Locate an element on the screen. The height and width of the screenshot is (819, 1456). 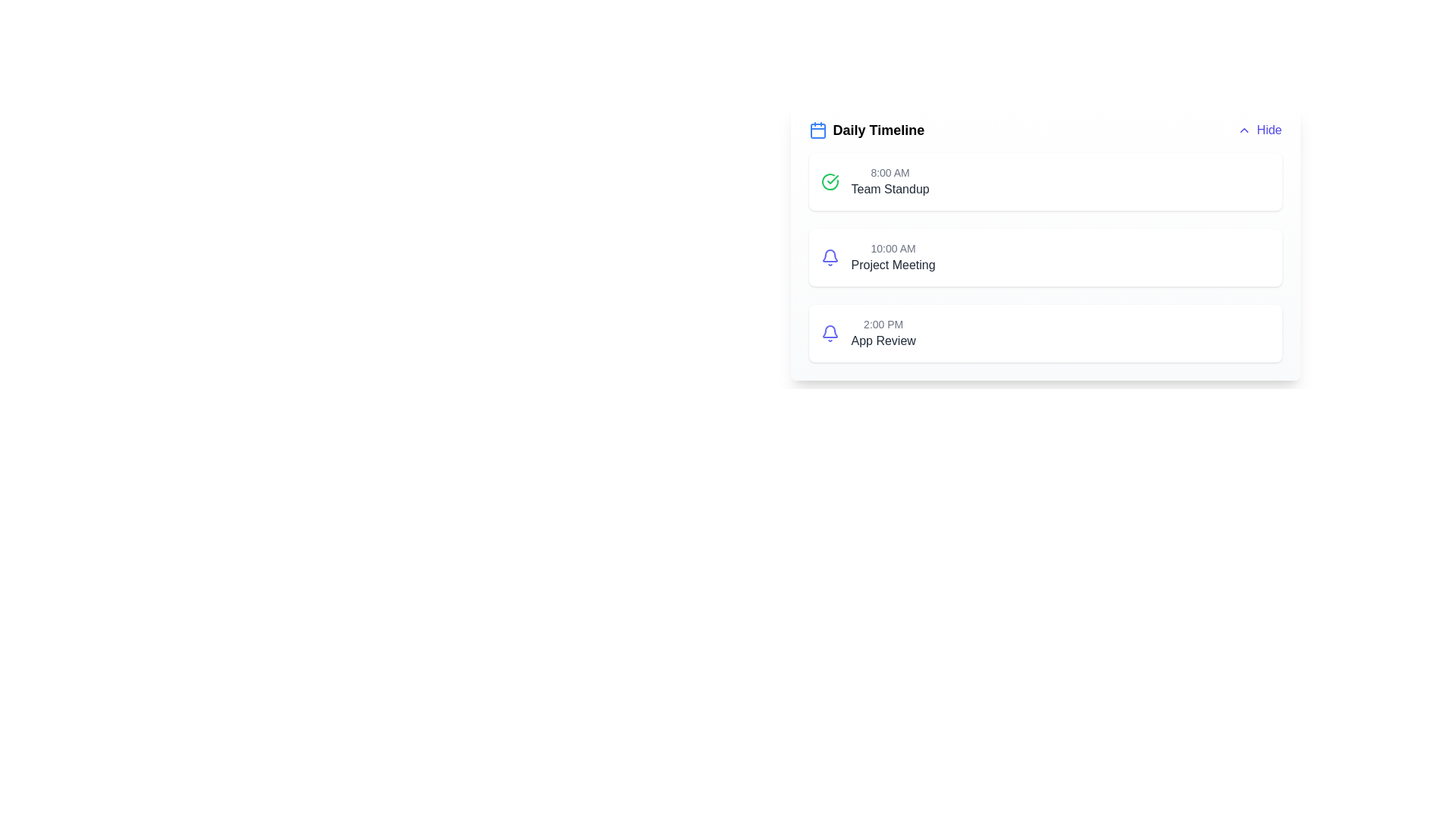
the third Text Label in the timeline UI displaying '2:00 PM' and 'App Review' is located at coordinates (883, 332).